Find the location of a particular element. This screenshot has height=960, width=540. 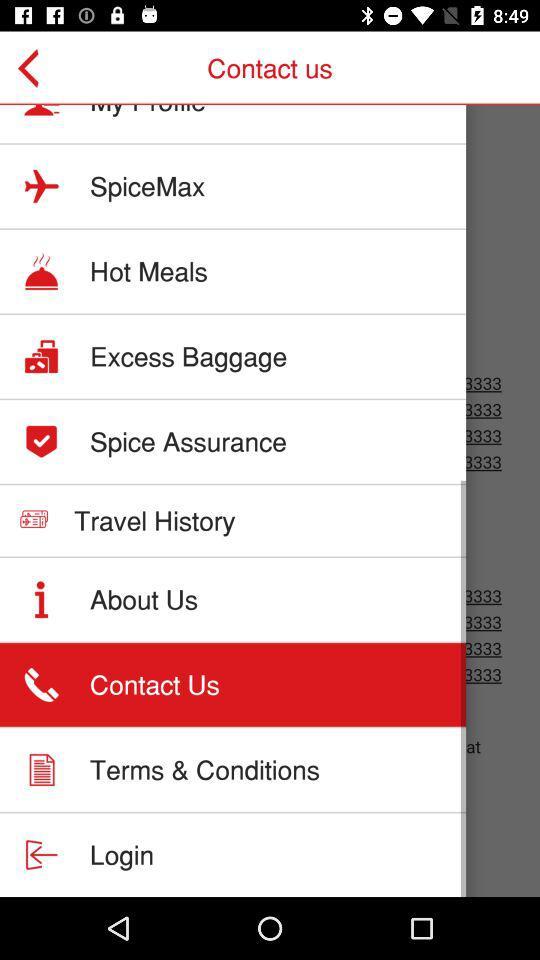

the item below the hot meals icon is located at coordinates (188, 356).